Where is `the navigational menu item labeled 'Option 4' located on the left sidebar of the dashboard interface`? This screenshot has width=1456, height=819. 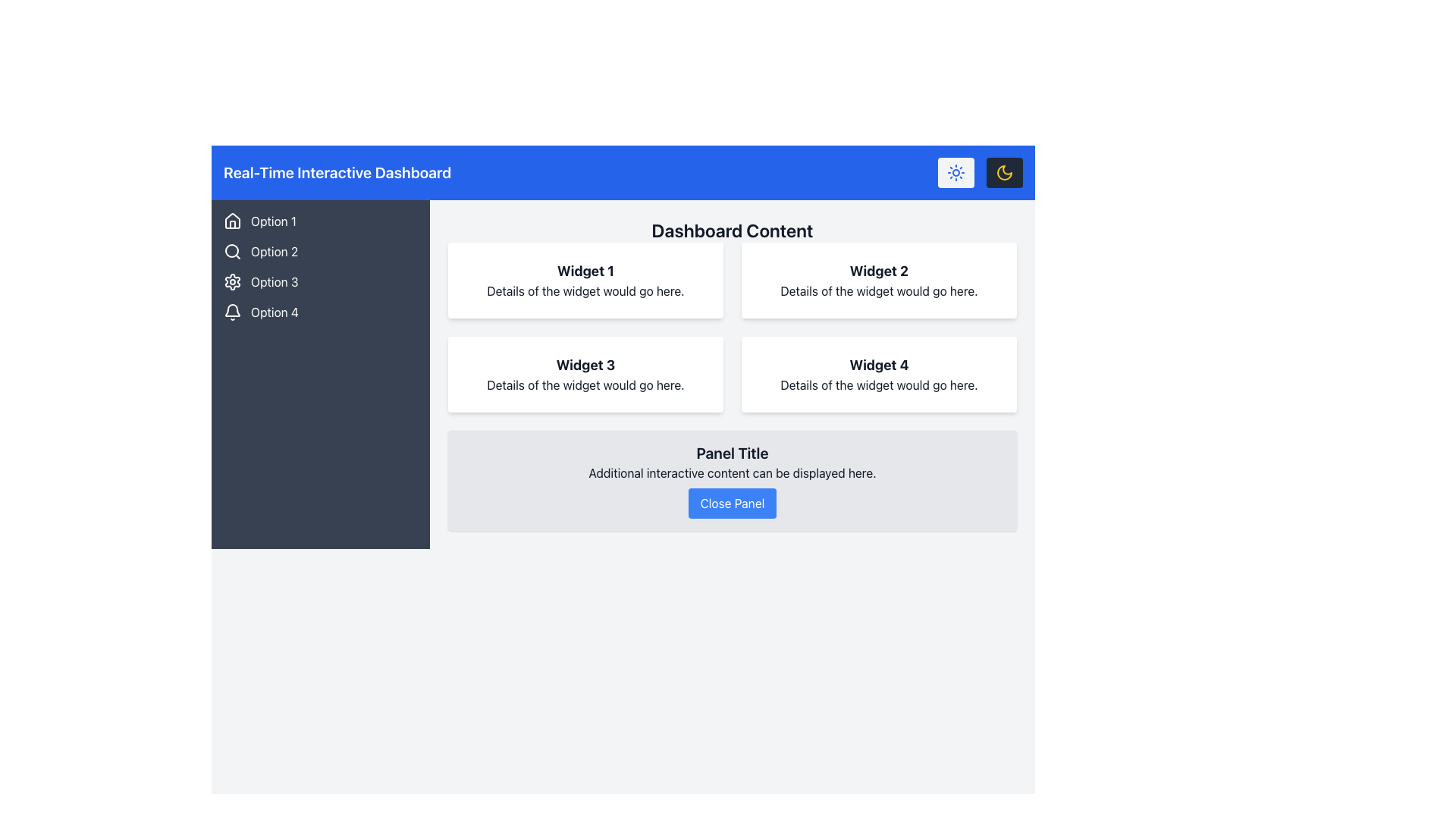
the navigational menu item labeled 'Option 4' located on the left sidebar of the dashboard interface is located at coordinates (319, 312).